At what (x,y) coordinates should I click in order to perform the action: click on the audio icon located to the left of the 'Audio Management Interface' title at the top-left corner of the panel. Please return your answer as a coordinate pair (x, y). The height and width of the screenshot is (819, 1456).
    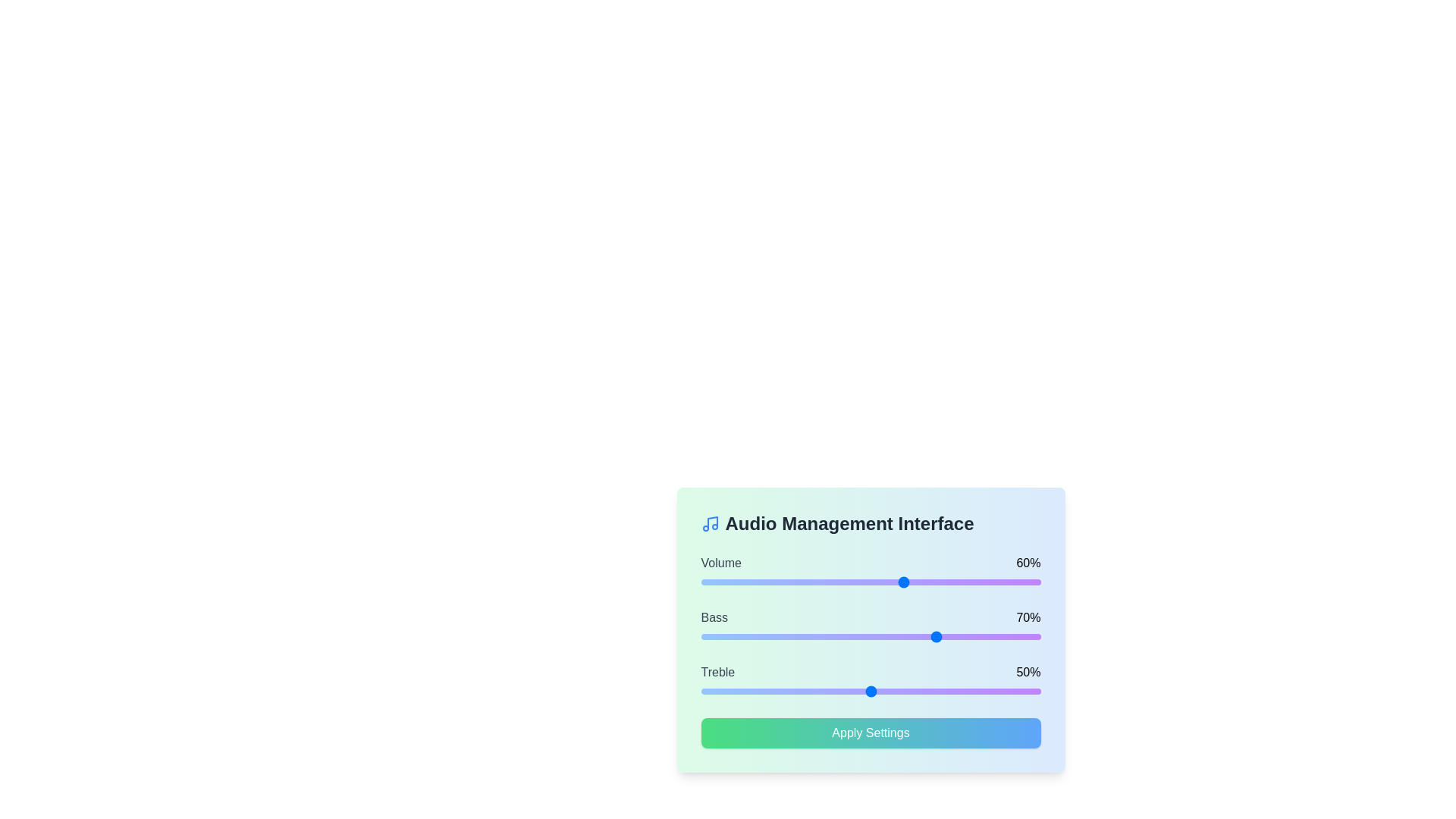
    Looking at the image, I should click on (709, 522).